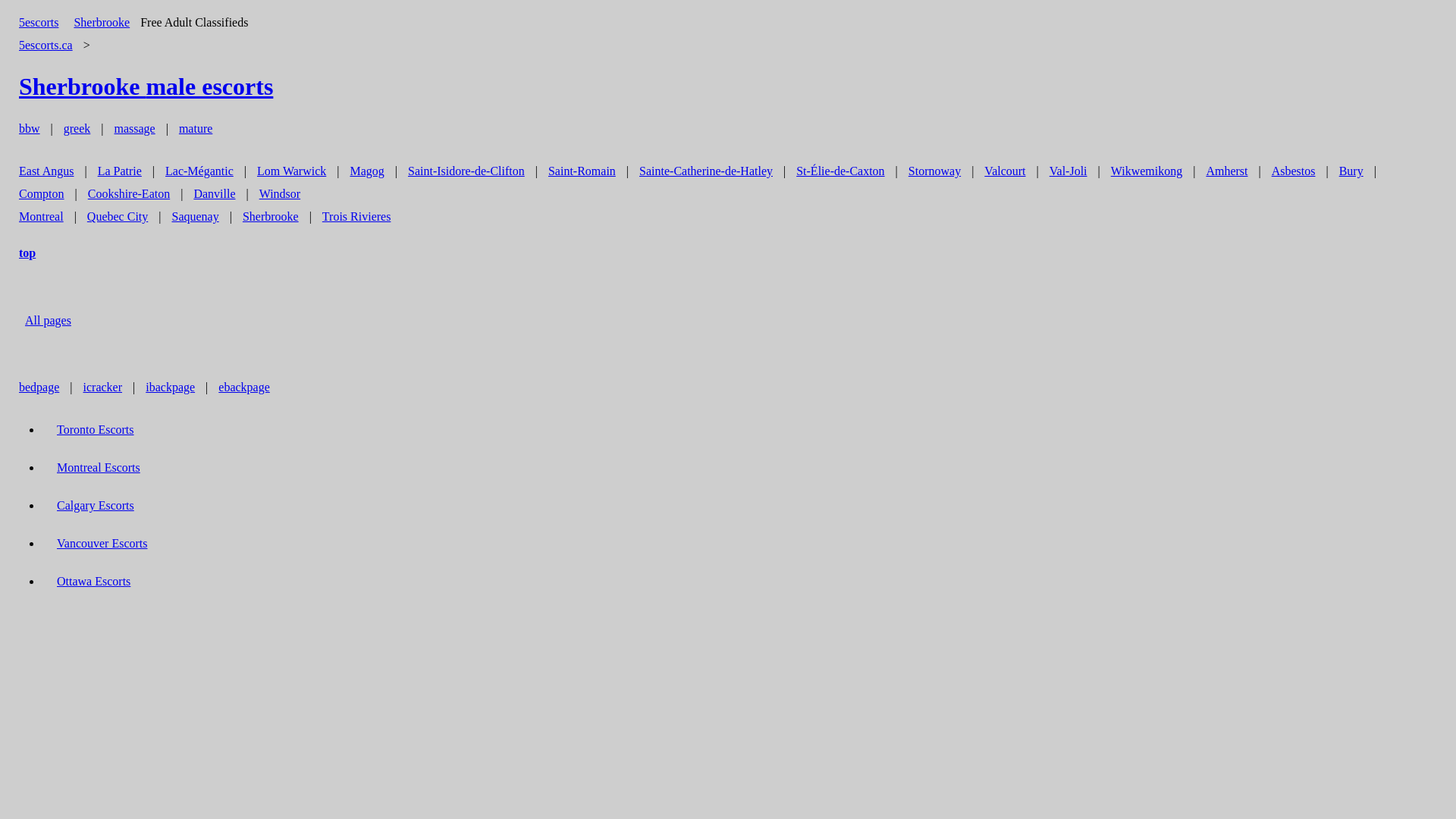  Describe the element at coordinates (705, 171) in the screenshot. I see `'Sainte-Catherine-de-Hatley'` at that location.